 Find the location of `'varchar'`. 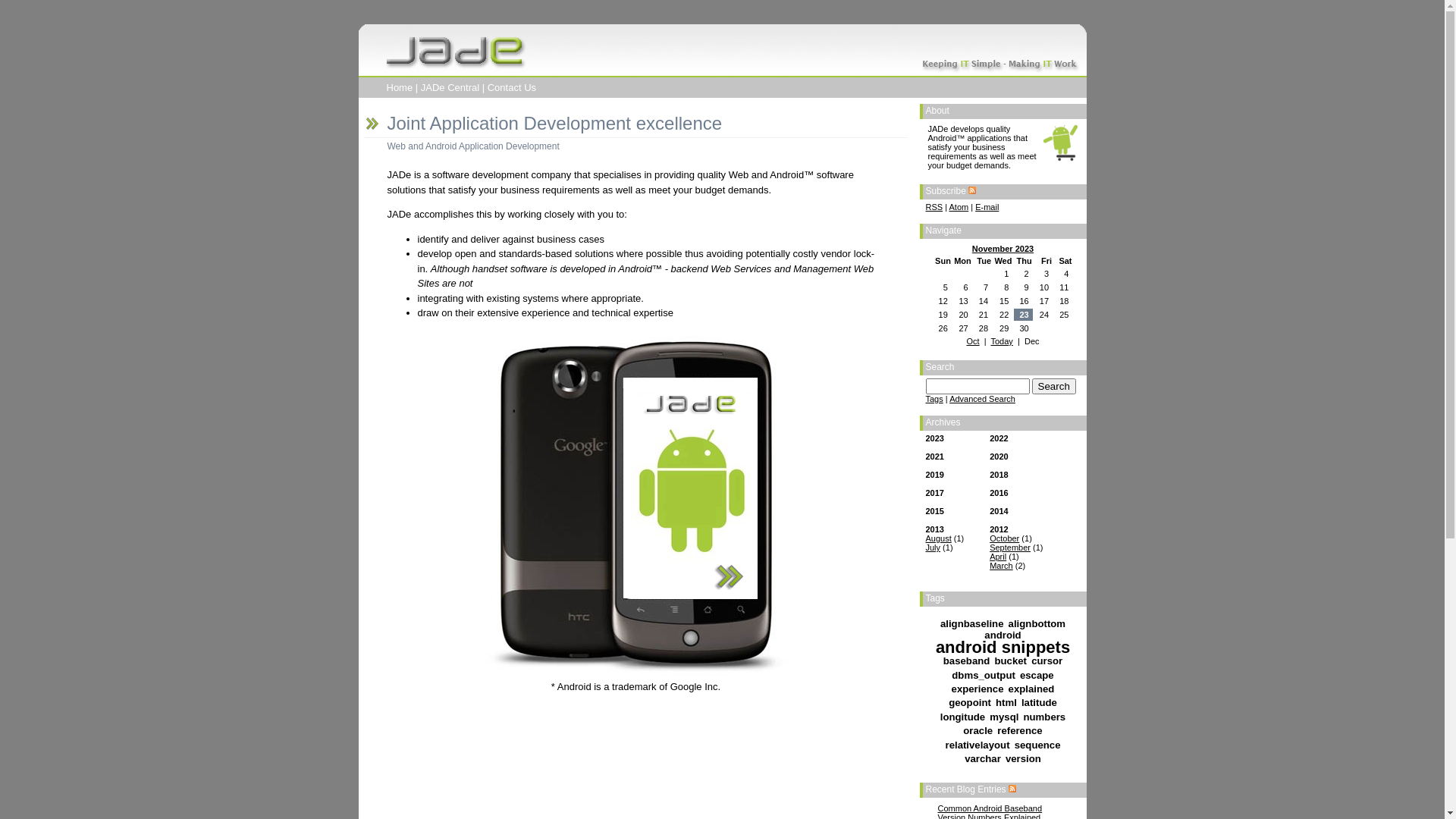

'varchar' is located at coordinates (983, 758).